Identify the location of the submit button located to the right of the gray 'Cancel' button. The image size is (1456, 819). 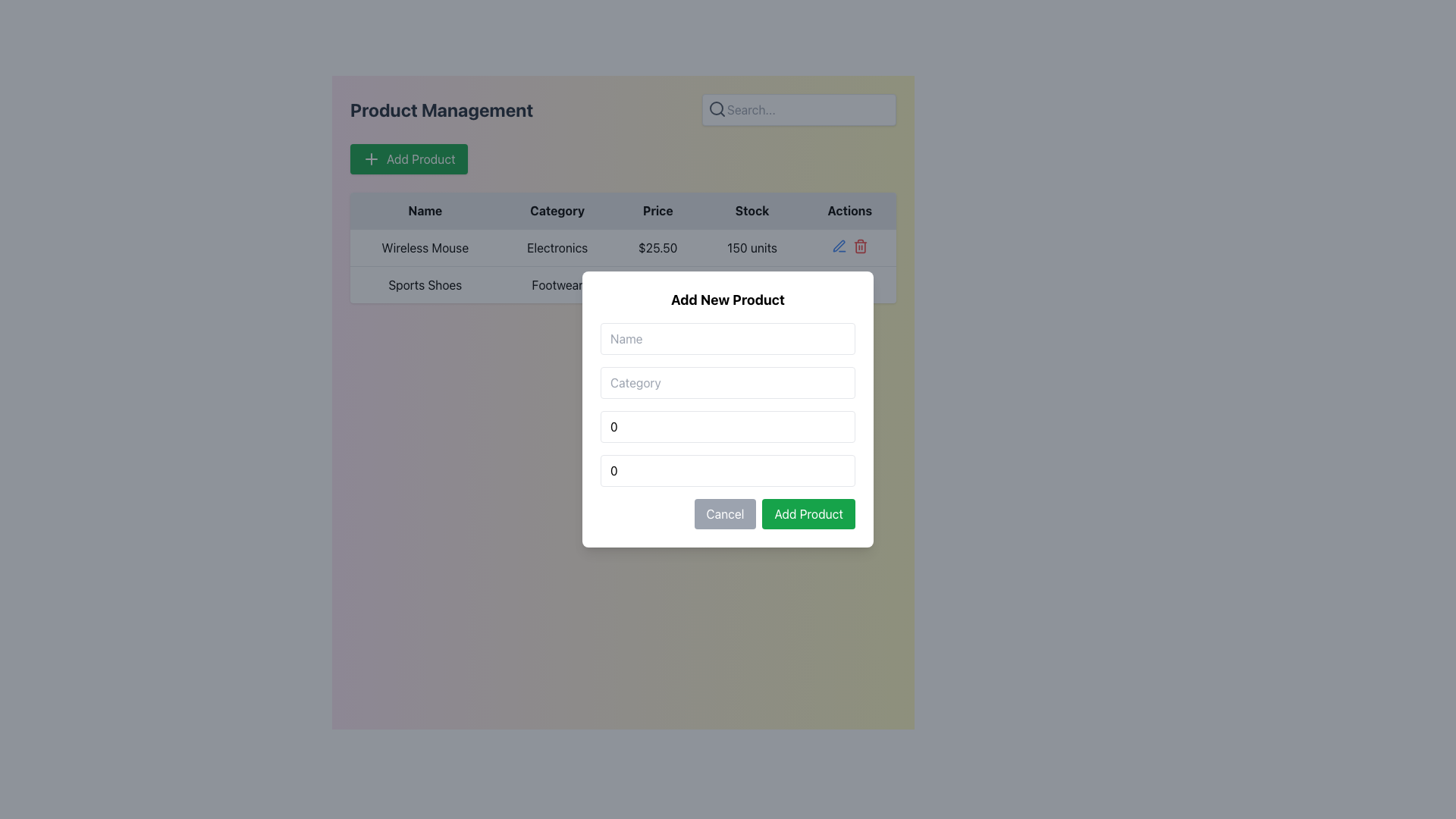
(808, 513).